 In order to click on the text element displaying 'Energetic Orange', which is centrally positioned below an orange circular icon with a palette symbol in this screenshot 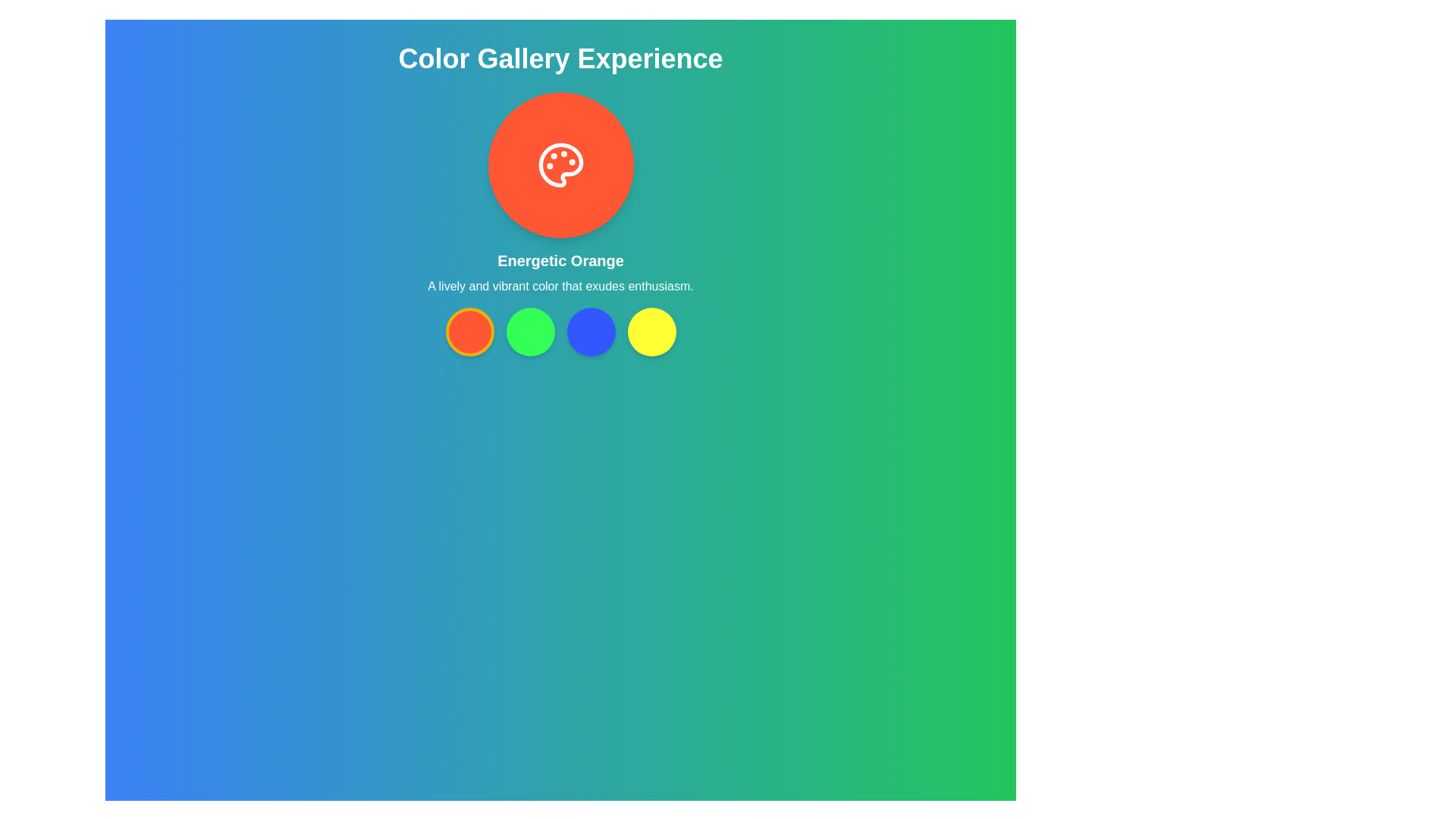, I will do `click(560, 259)`.